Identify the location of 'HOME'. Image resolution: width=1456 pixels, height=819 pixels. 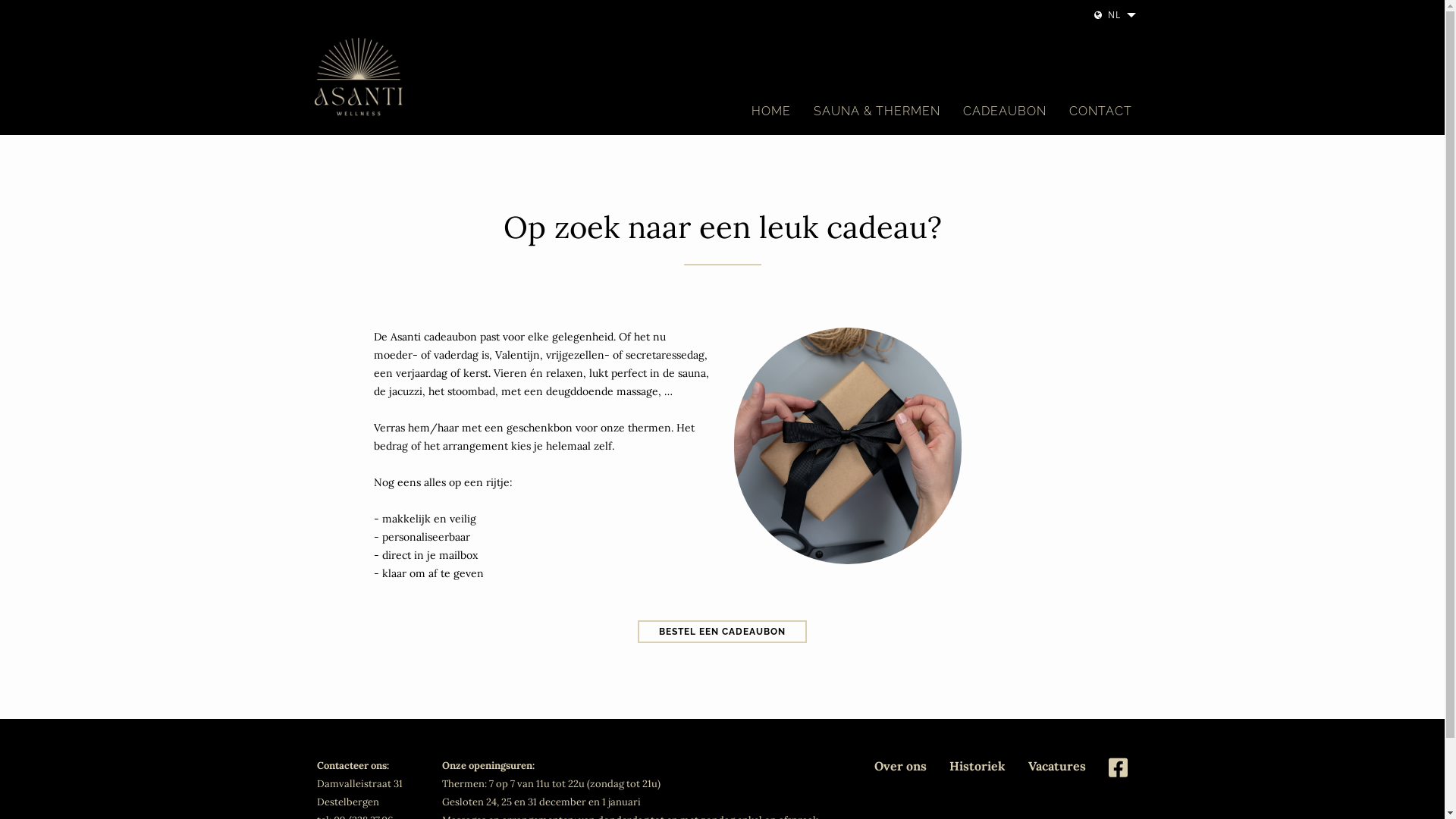
(771, 110).